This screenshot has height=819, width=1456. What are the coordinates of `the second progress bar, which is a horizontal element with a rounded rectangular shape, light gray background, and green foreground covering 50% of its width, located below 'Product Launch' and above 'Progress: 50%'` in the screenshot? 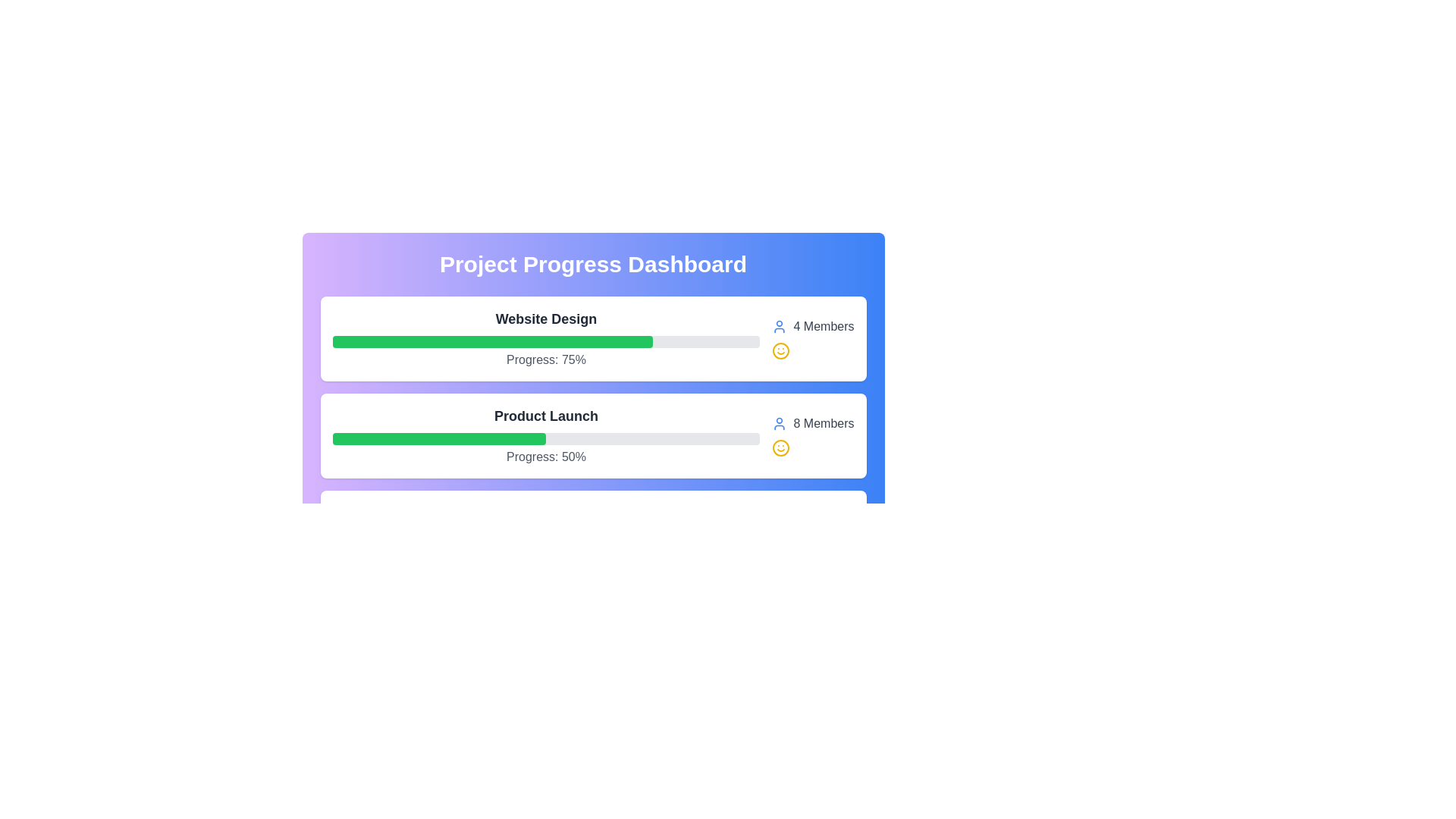 It's located at (546, 438).